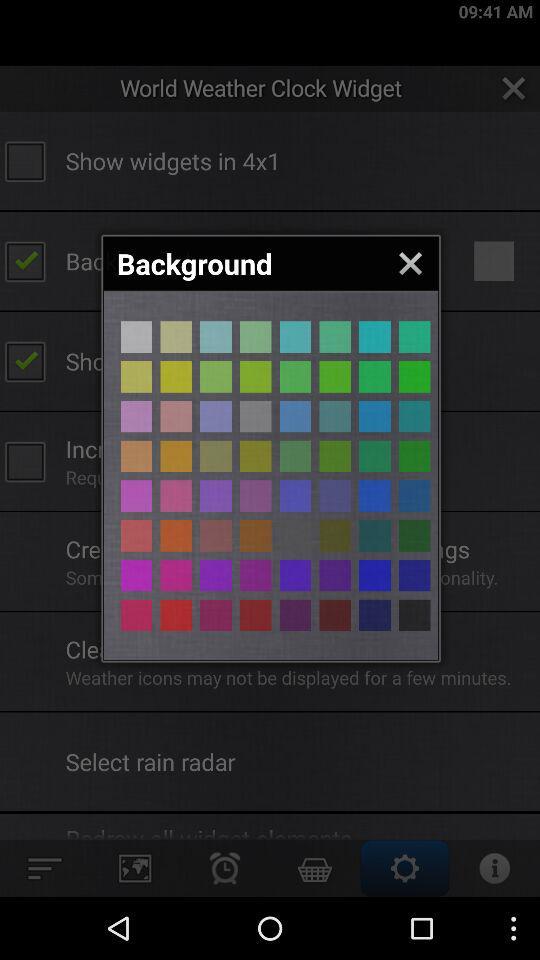 Image resolution: width=540 pixels, height=960 pixels. Describe the element at coordinates (294, 456) in the screenshot. I see `pick green background color` at that location.